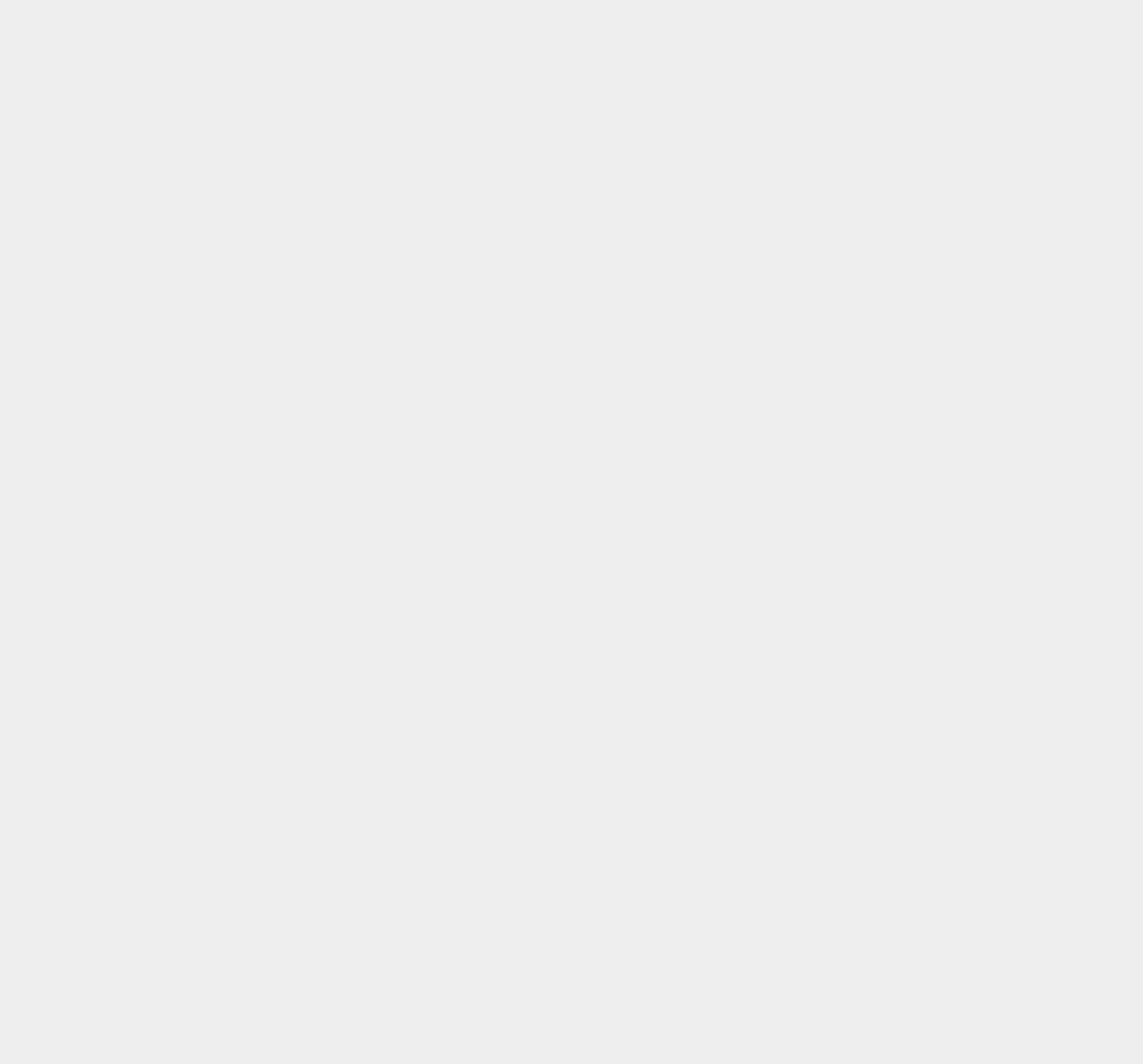 This screenshot has width=1143, height=1064. Describe the element at coordinates (823, 385) in the screenshot. I see `'Swift'` at that location.